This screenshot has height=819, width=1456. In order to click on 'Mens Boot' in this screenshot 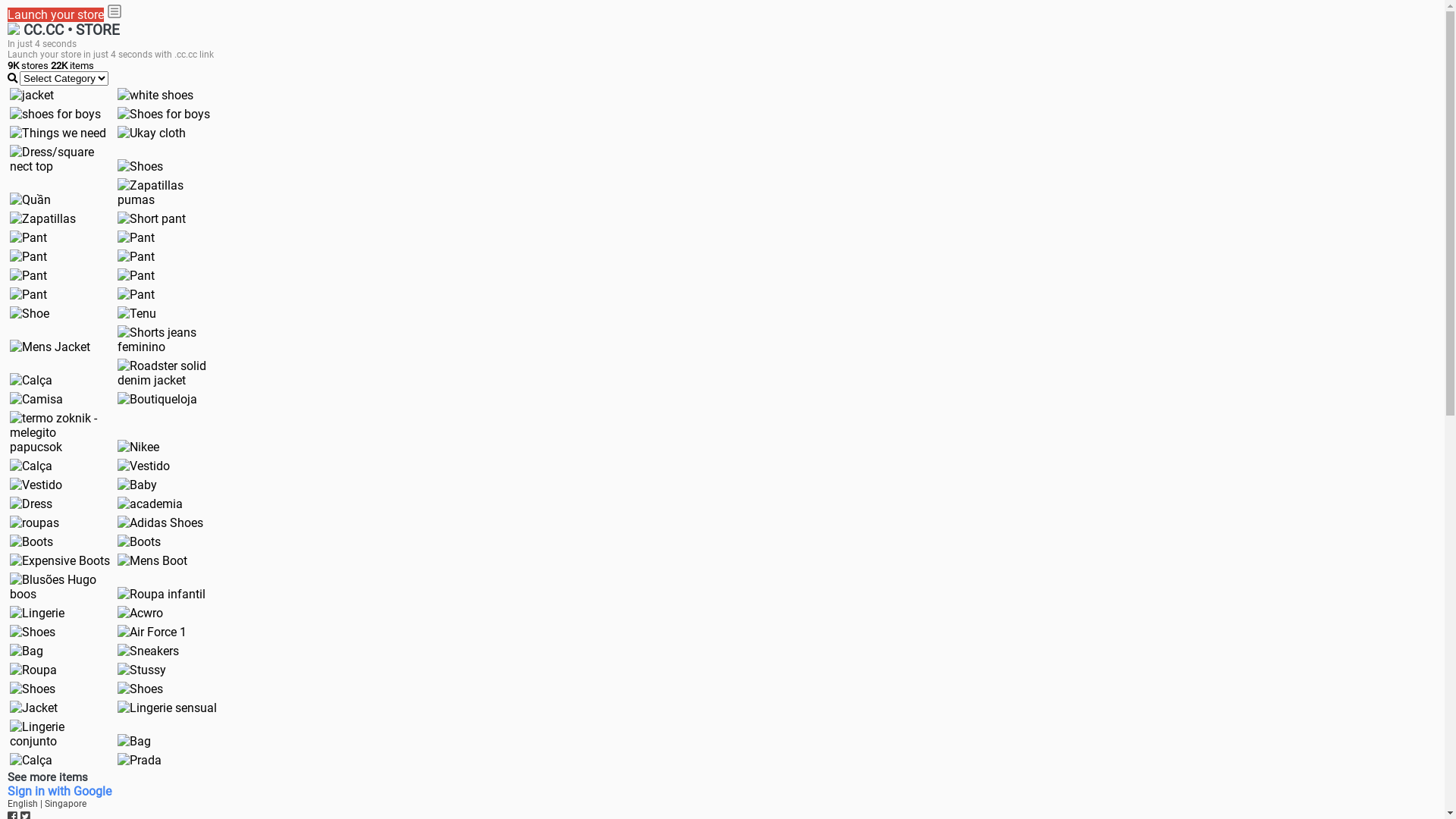, I will do `click(152, 560)`.